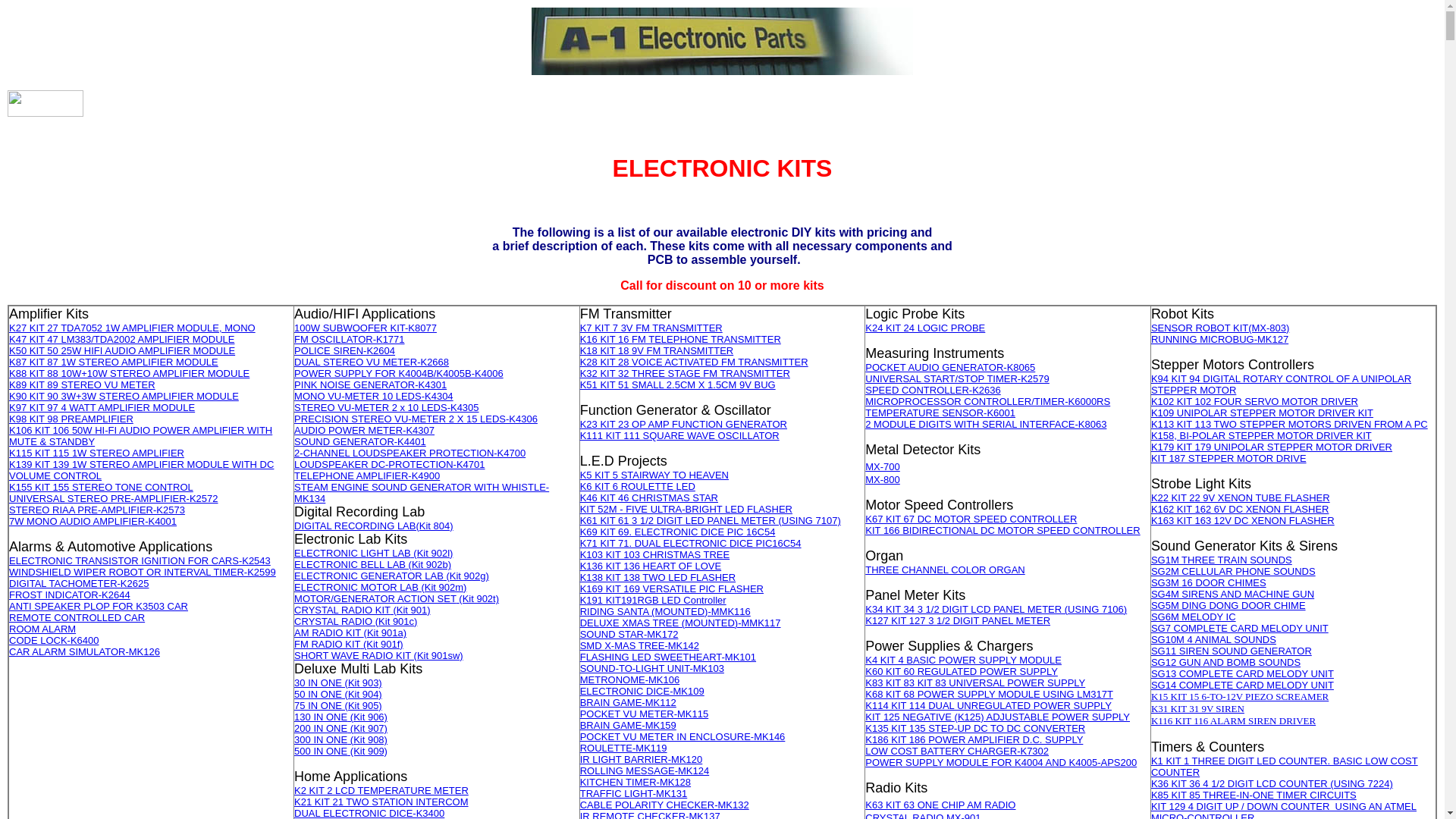 This screenshot has height=819, width=1456. I want to click on 'K68 KIT 68 POWER SUPPLY MODULE USING LM317T', so click(989, 694).